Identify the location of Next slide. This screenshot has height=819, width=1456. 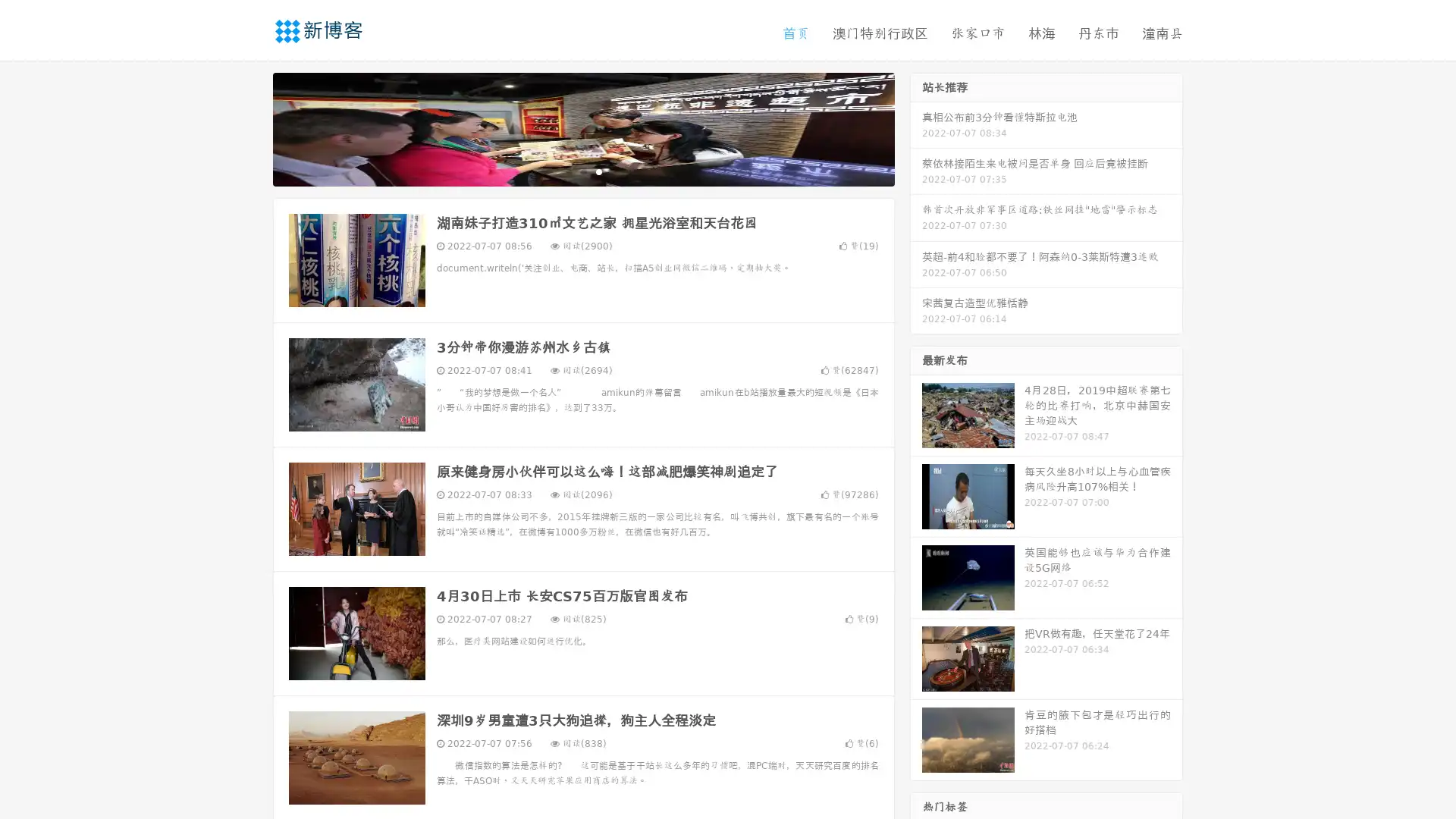
(916, 127).